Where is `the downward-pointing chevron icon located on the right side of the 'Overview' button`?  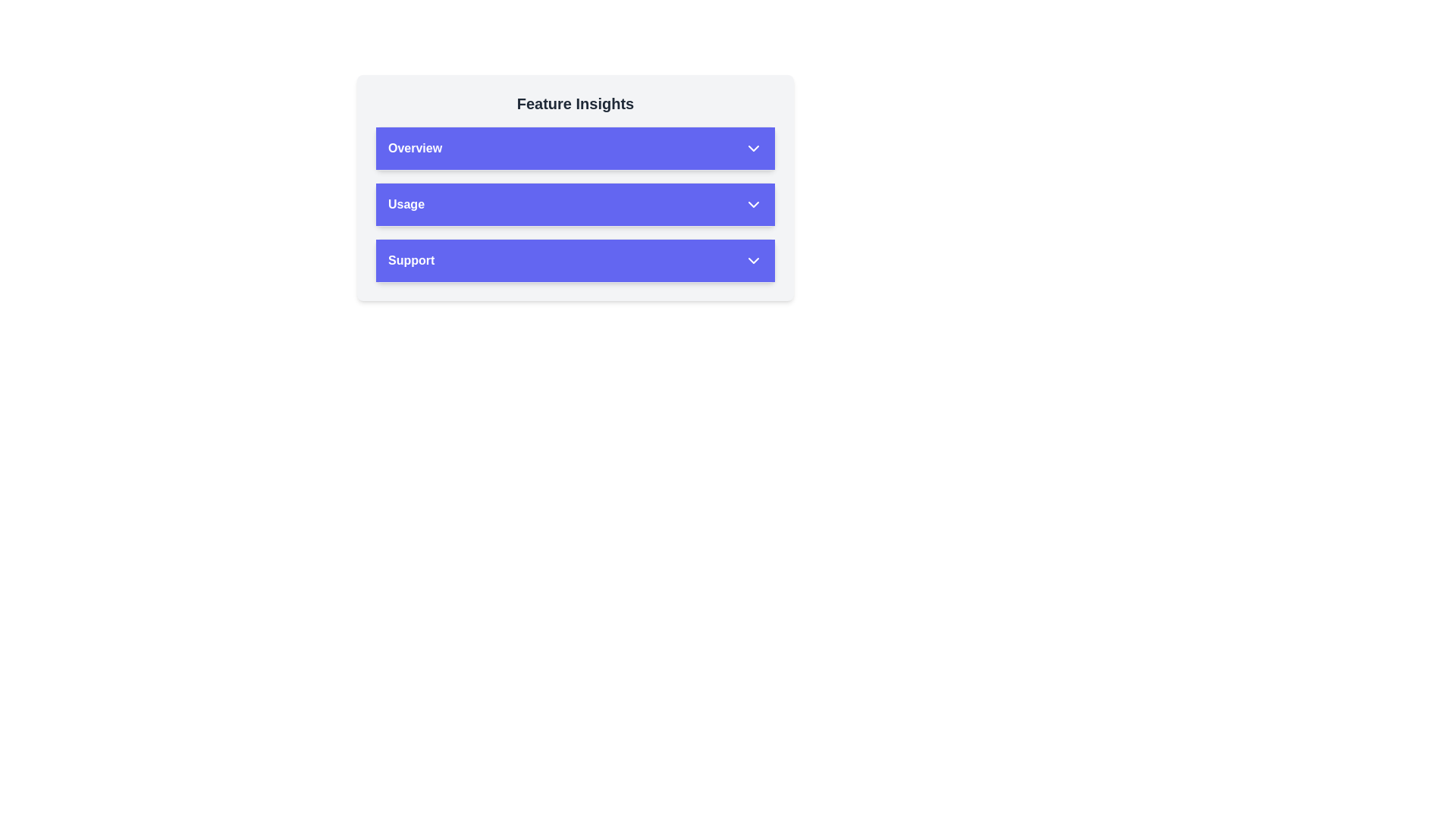
the downward-pointing chevron icon located on the right side of the 'Overview' button is located at coordinates (753, 149).